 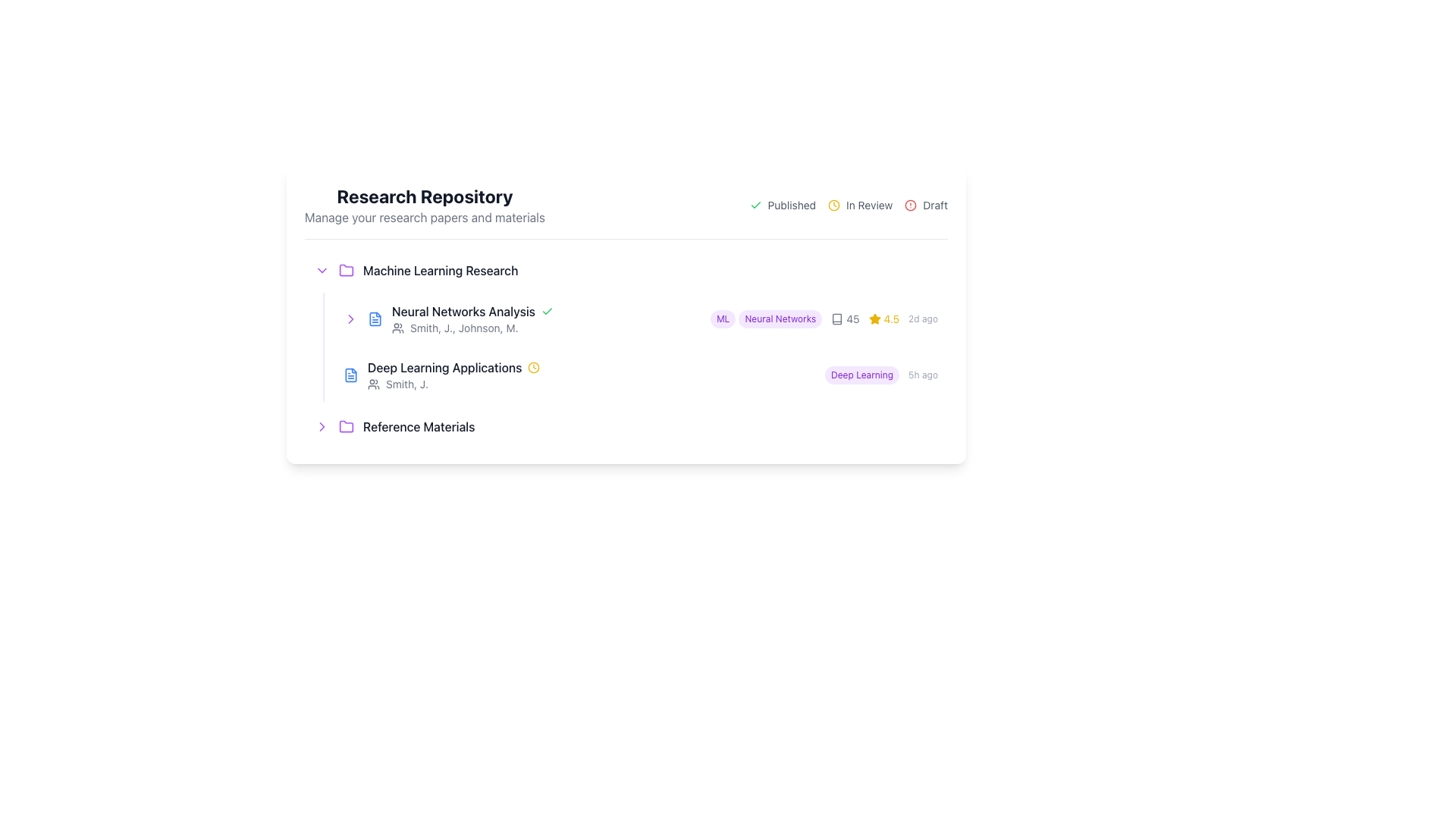 I want to click on the first entry of the 'Machine Learning Research' section, so click(x=626, y=326).